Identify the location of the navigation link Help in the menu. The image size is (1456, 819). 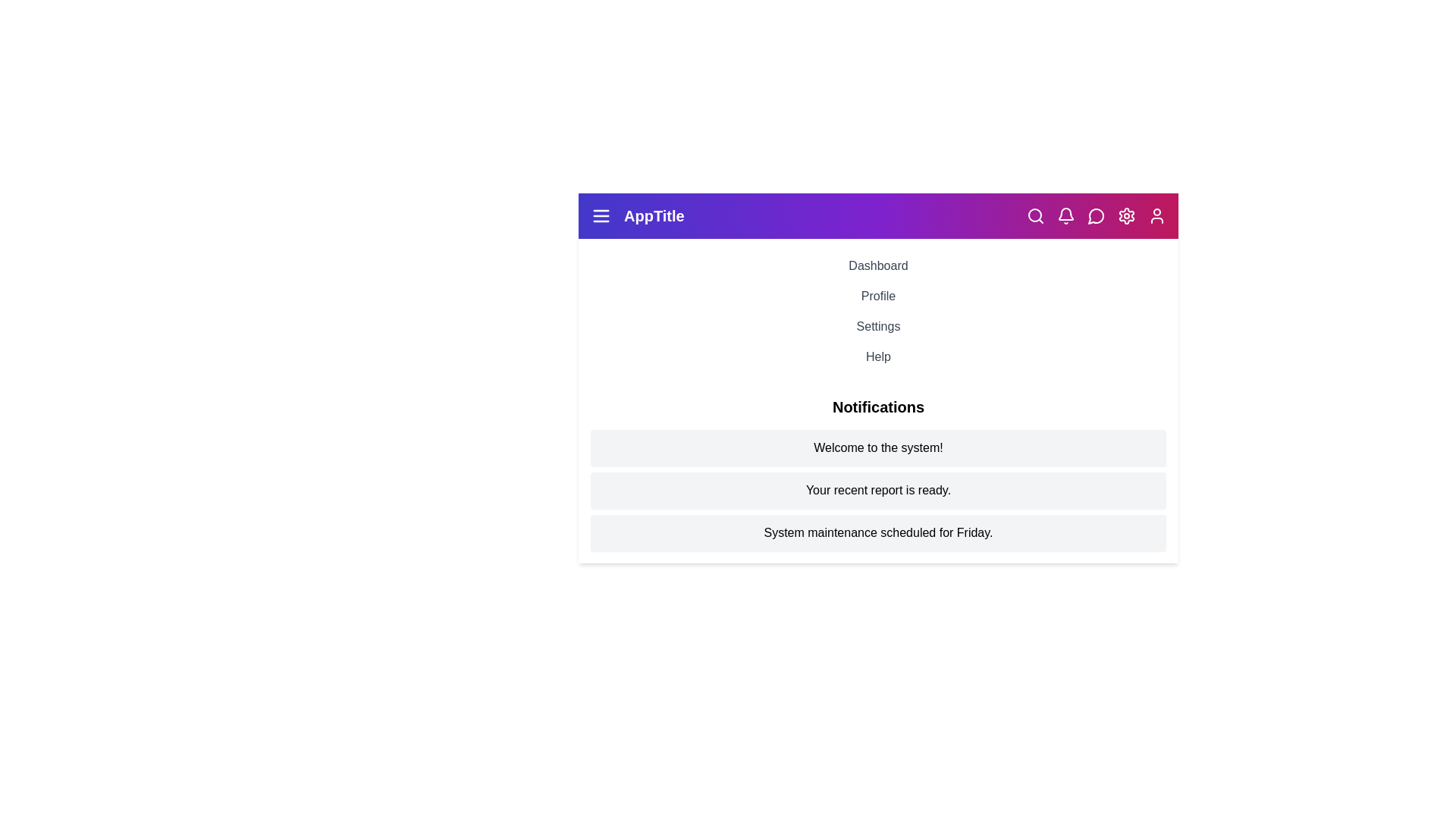
(878, 356).